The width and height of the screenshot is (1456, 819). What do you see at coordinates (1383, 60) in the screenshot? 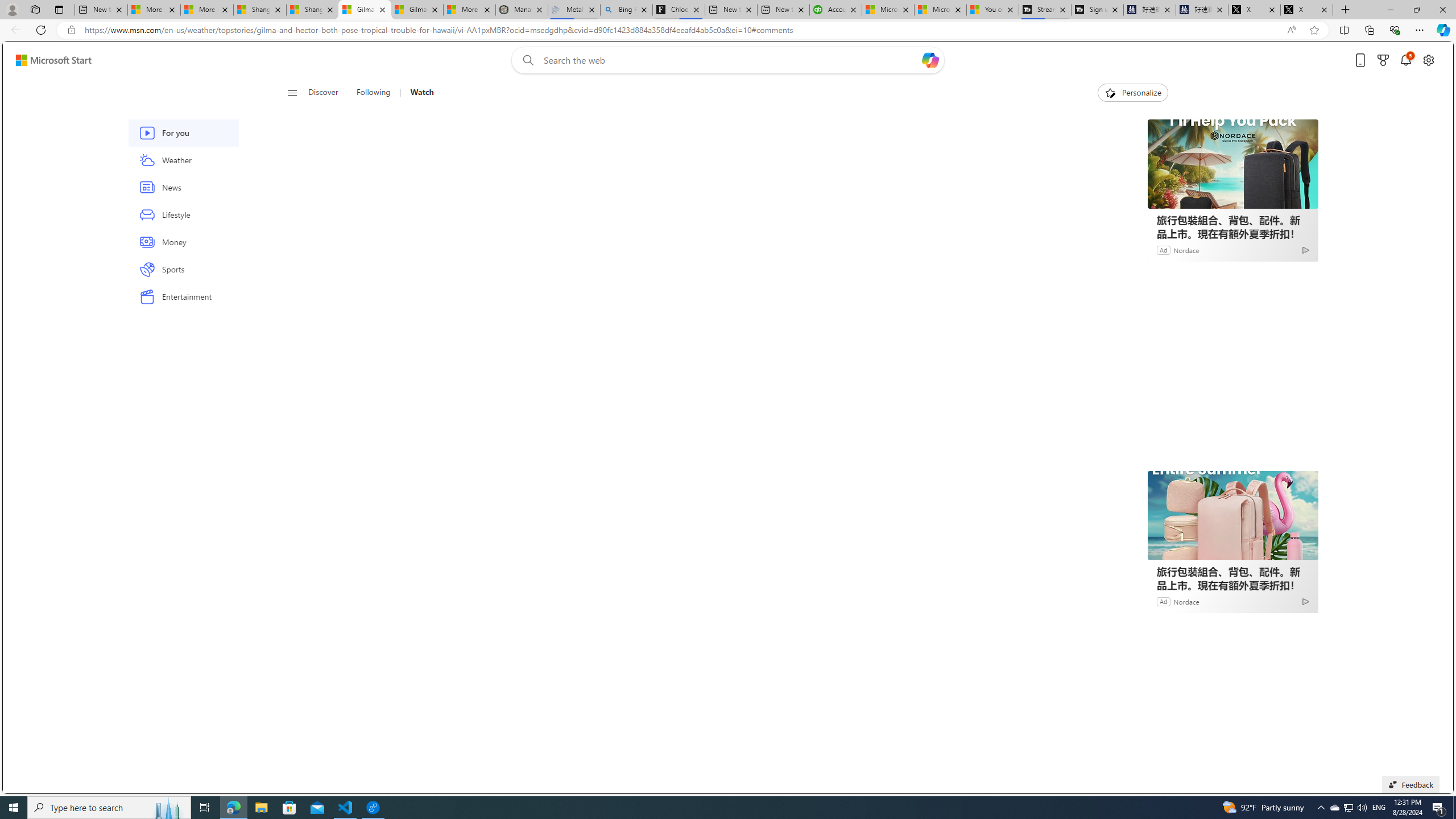
I see `'Microsoft rewards'` at bounding box center [1383, 60].